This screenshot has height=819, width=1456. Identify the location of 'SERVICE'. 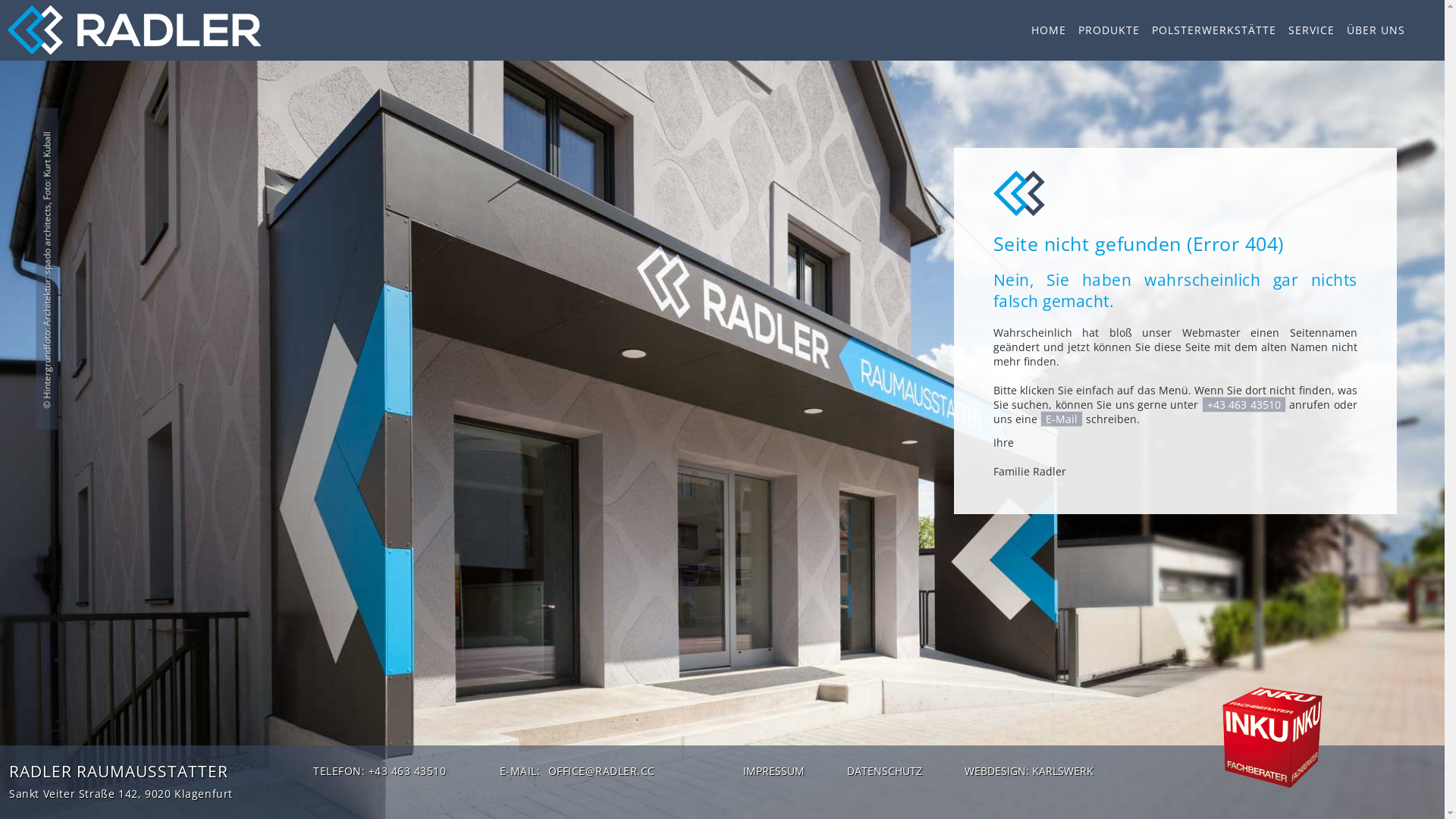
(1310, 30).